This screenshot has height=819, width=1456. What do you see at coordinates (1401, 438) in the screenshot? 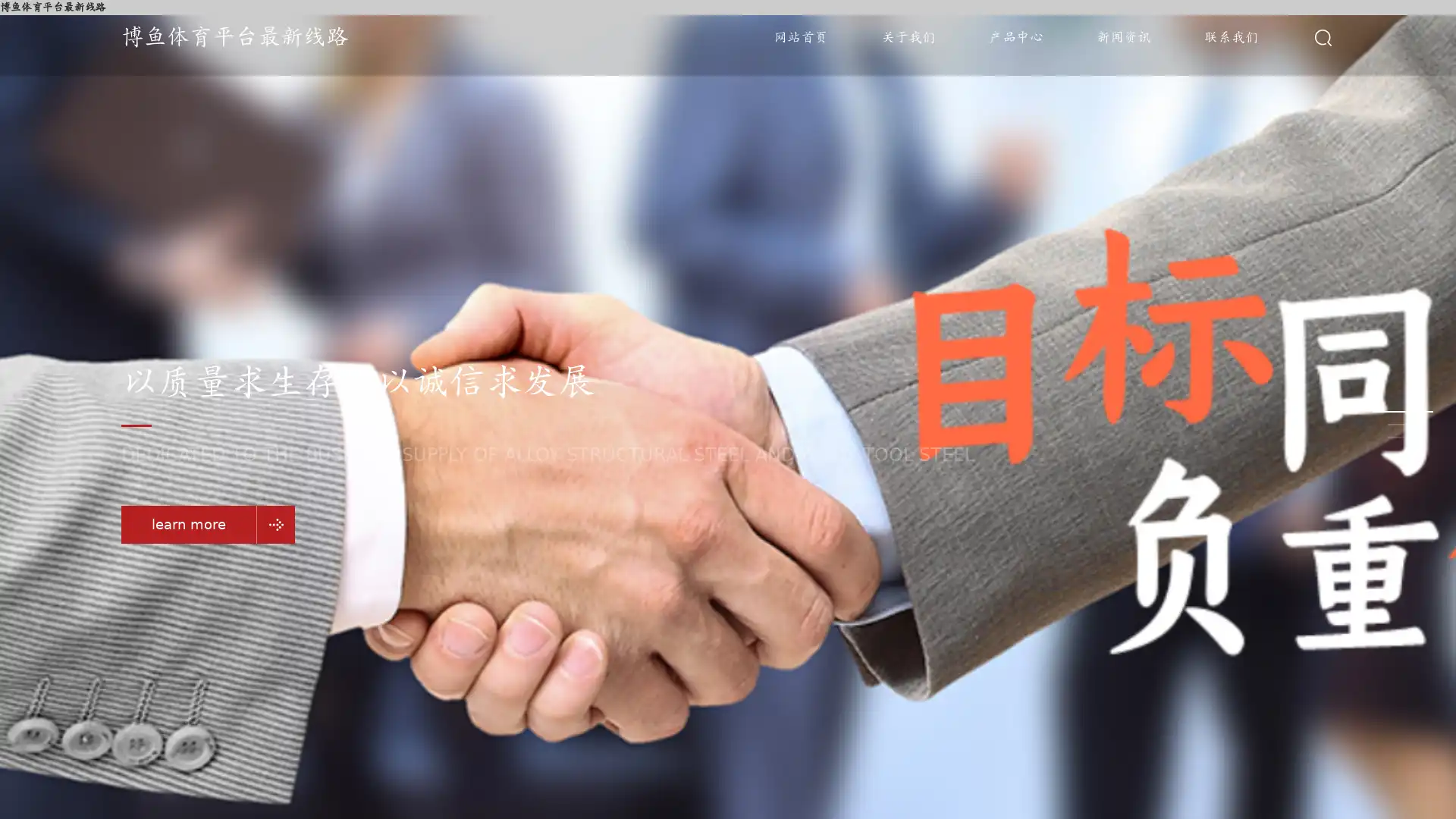
I see `Go to slide 3` at bounding box center [1401, 438].